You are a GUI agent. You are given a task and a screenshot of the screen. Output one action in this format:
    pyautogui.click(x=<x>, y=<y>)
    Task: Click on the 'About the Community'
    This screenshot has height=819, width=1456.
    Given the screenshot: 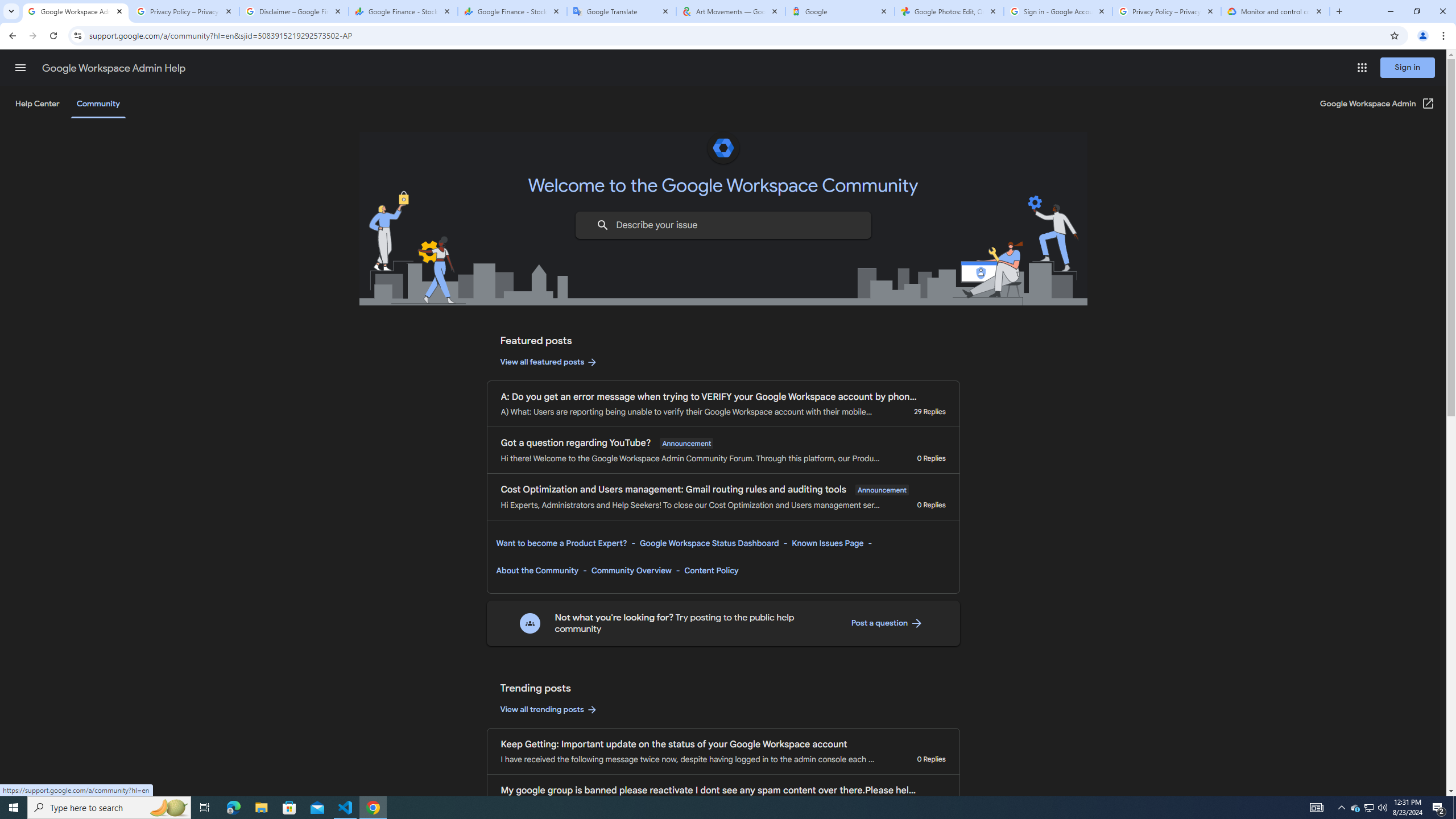 What is the action you would take?
    pyautogui.click(x=537, y=570)
    